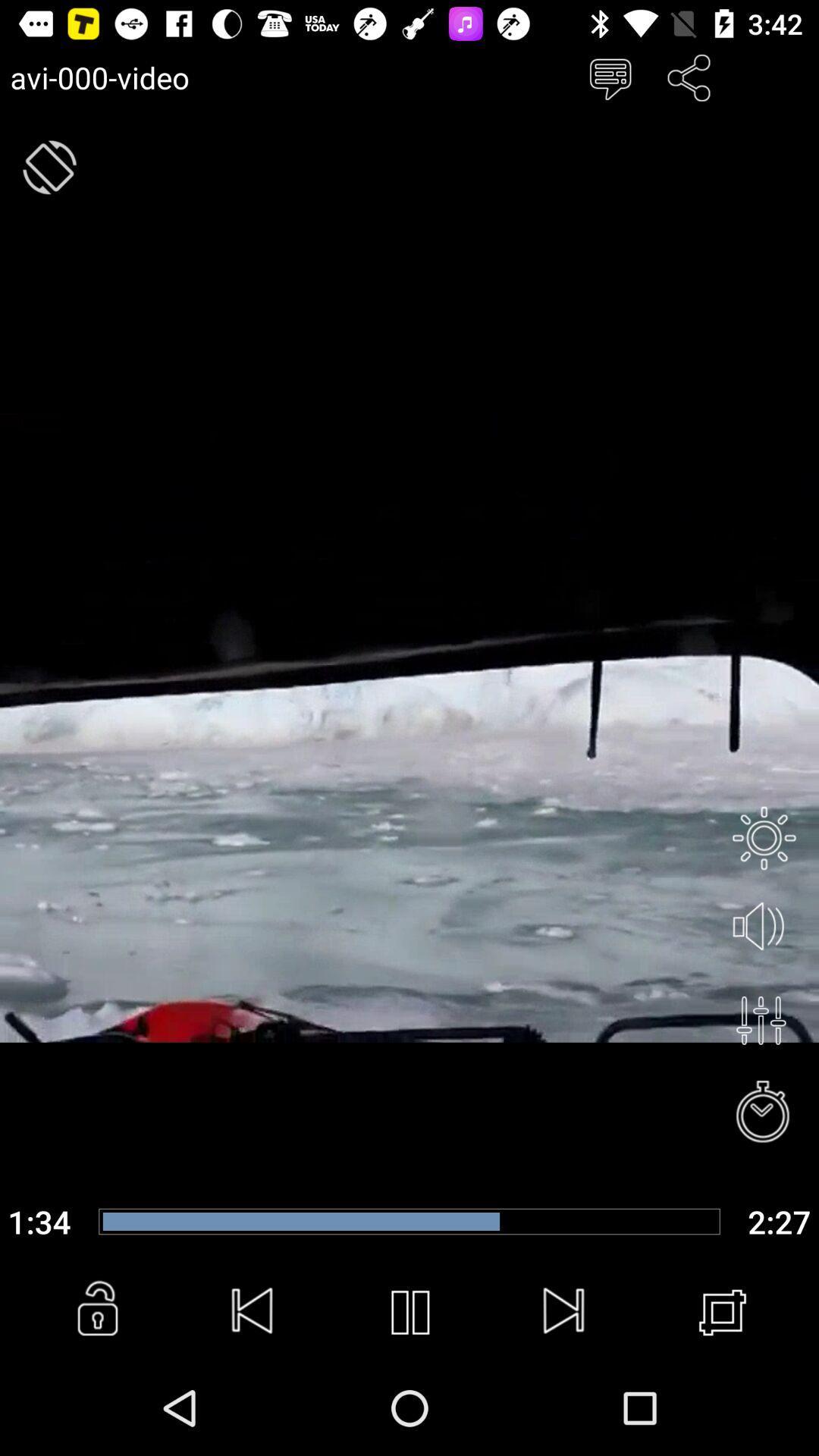 The width and height of the screenshot is (819, 1456). I want to click on next button, so click(565, 1312).